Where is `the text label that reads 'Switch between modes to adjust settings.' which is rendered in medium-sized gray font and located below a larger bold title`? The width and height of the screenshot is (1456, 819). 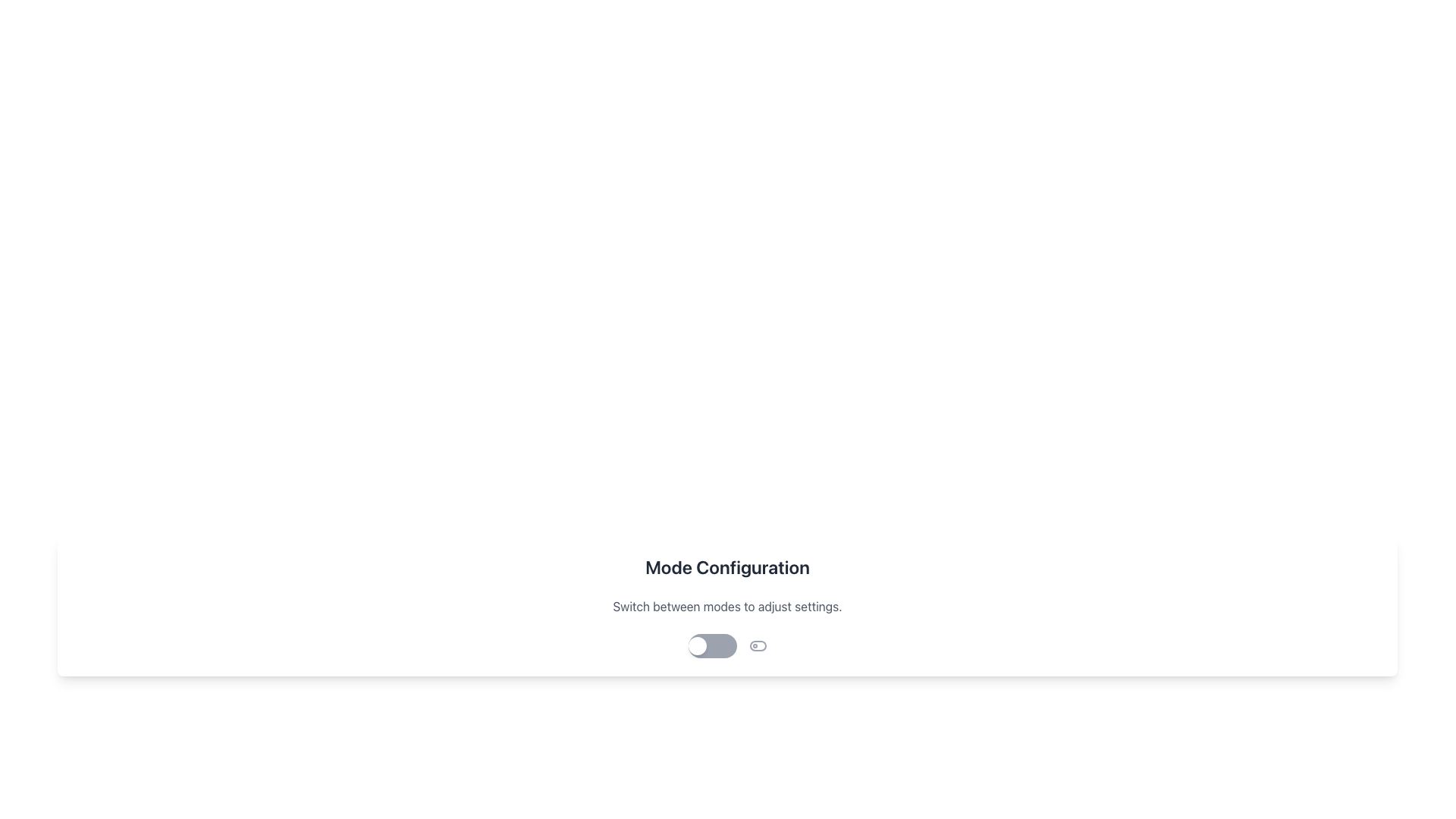 the text label that reads 'Switch between modes to adjust settings.' which is rendered in medium-sized gray font and located below a larger bold title is located at coordinates (726, 605).